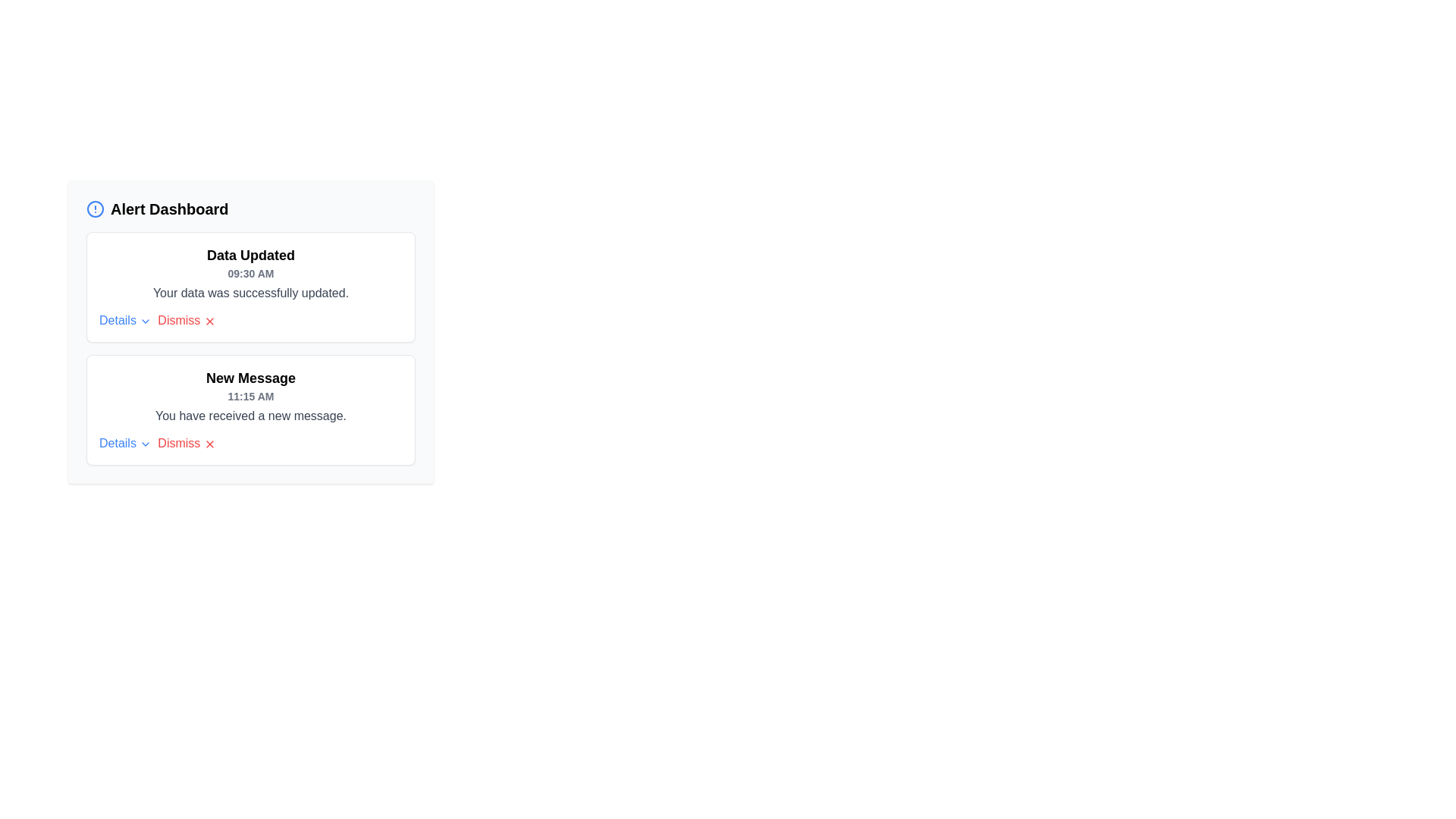 Image resolution: width=1456 pixels, height=819 pixels. What do you see at coordinates (186, 320) in the screenshot?
I see `the red 'Dismiss' button styled link` at bounding box center [186, 320].